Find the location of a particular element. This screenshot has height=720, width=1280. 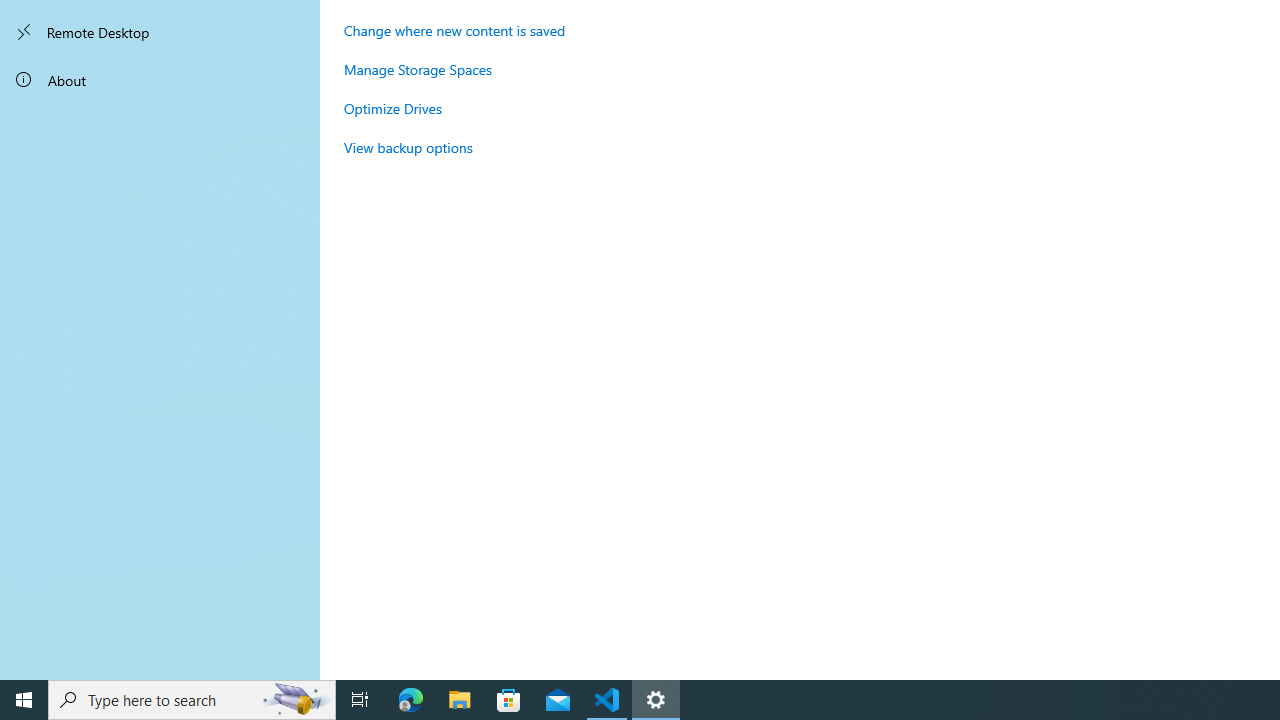

'Visual Studio Code - 1 running window' is located at coordinates (606, 698).